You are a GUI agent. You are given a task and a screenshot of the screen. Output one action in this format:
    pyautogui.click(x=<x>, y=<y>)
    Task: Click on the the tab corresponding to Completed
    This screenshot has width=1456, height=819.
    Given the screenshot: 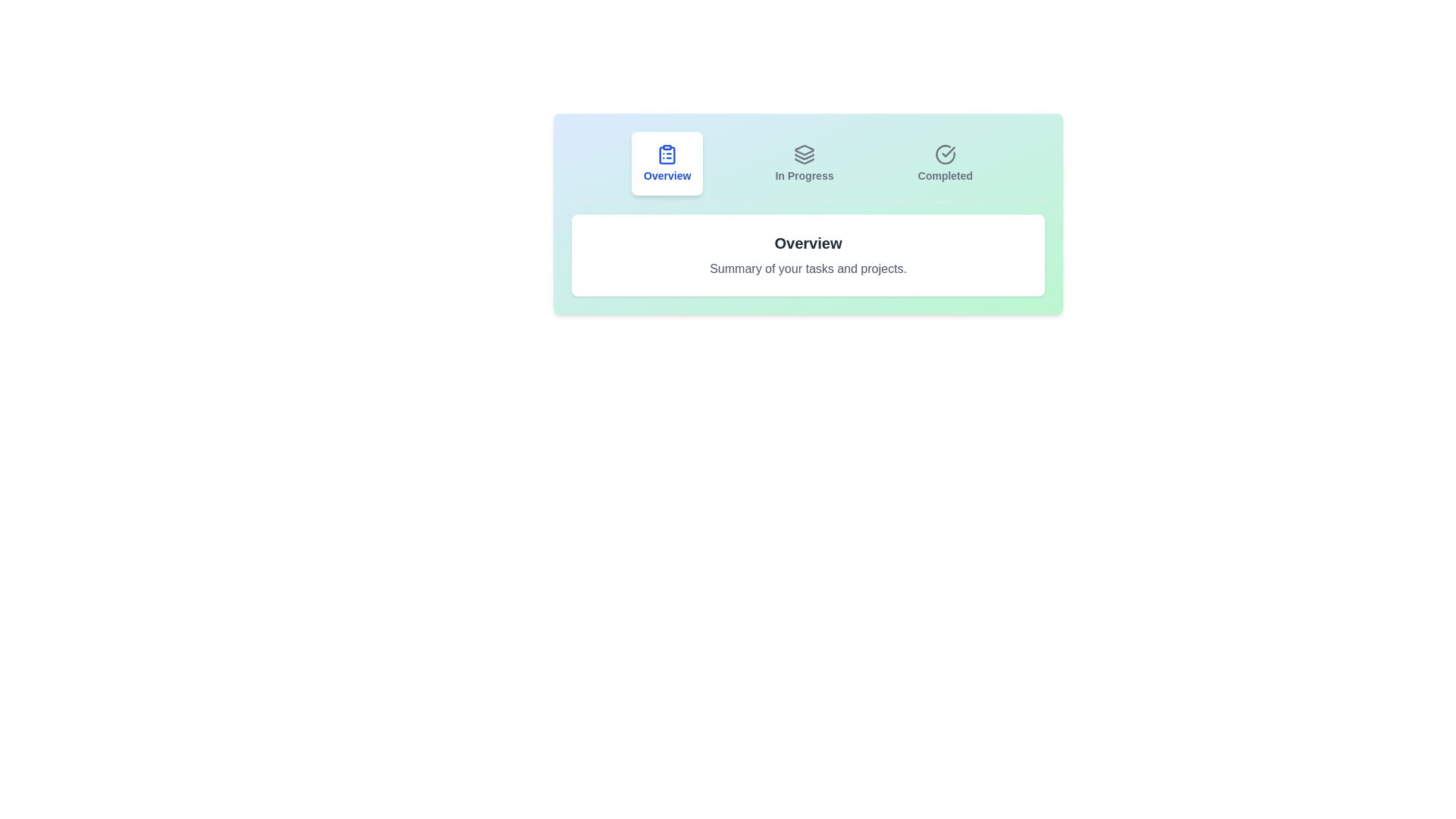 What is the action you would take?
    pyautogui.click(x=944, y=164)
    